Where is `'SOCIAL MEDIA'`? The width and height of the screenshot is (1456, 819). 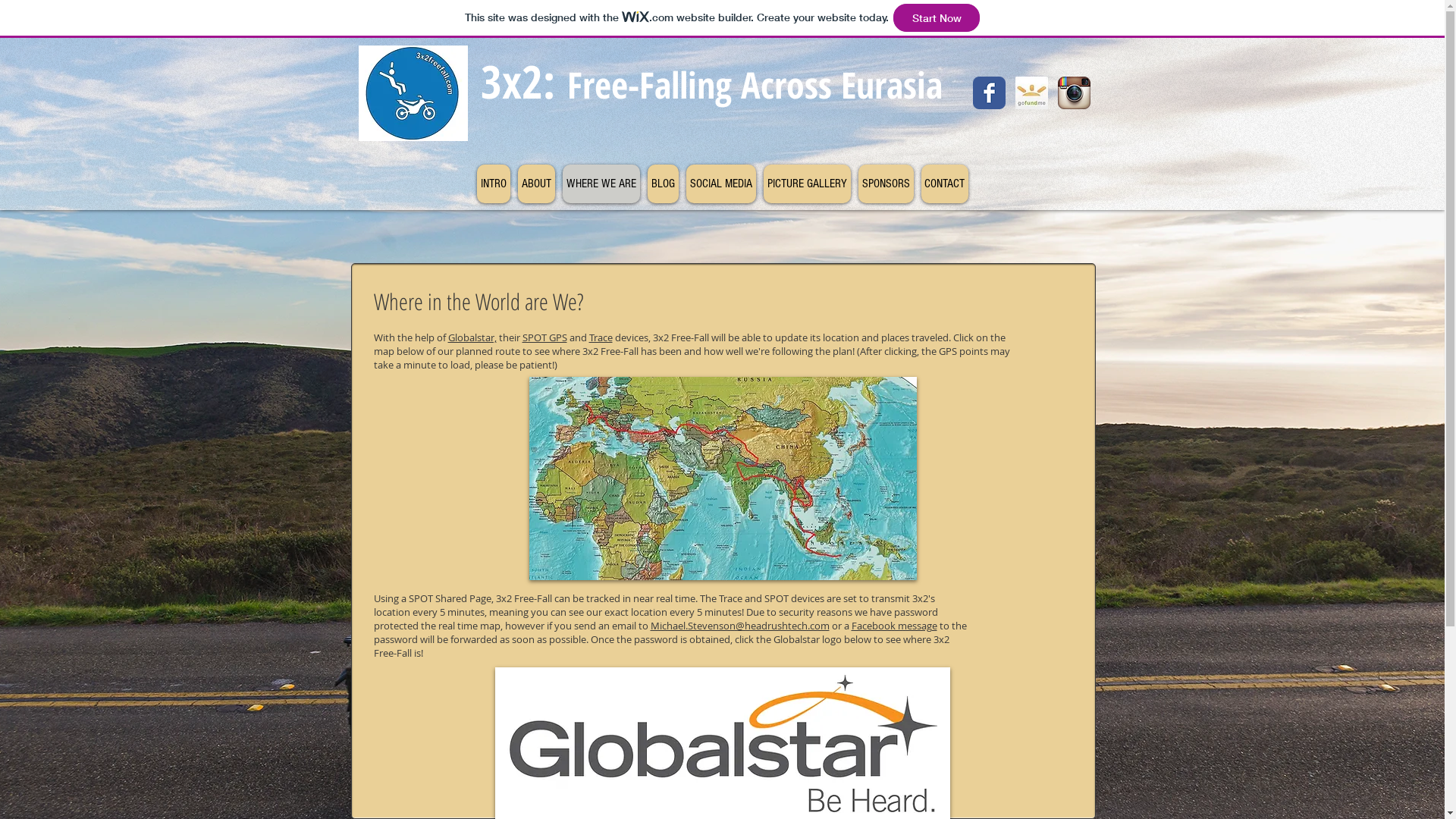 'SOCIAL MEDIA' is located at coordinates (684, 183).